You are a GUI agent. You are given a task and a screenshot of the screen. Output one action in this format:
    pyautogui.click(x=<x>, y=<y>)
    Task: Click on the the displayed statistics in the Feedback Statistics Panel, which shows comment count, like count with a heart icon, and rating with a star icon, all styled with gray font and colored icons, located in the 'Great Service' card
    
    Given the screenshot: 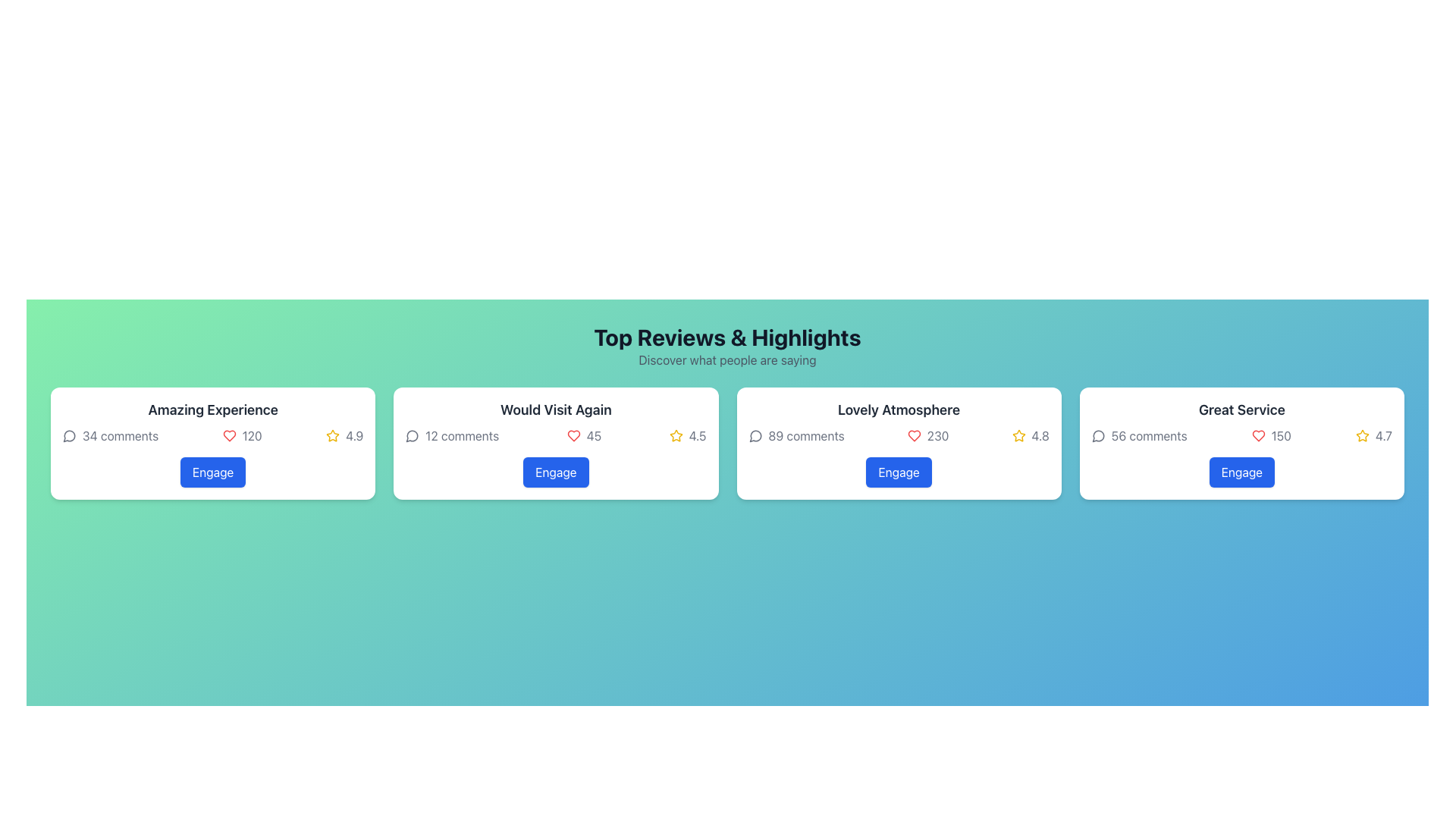 What is the action you would take?
    pyautogui.click(x=1241, y=435)
    